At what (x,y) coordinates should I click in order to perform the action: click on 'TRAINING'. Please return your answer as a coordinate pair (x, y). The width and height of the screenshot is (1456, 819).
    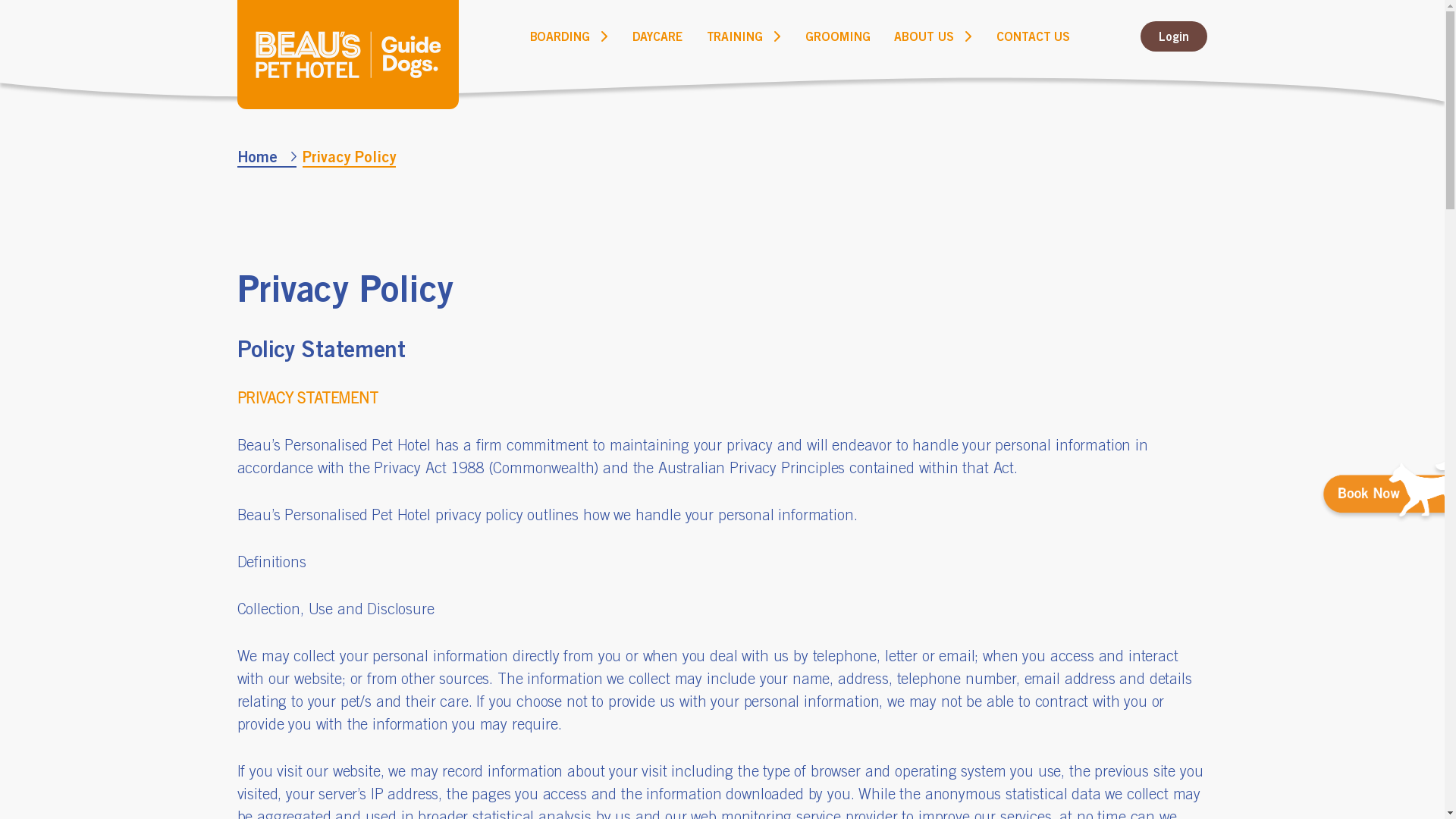
    Looking at the image, I should click on (735, 35).